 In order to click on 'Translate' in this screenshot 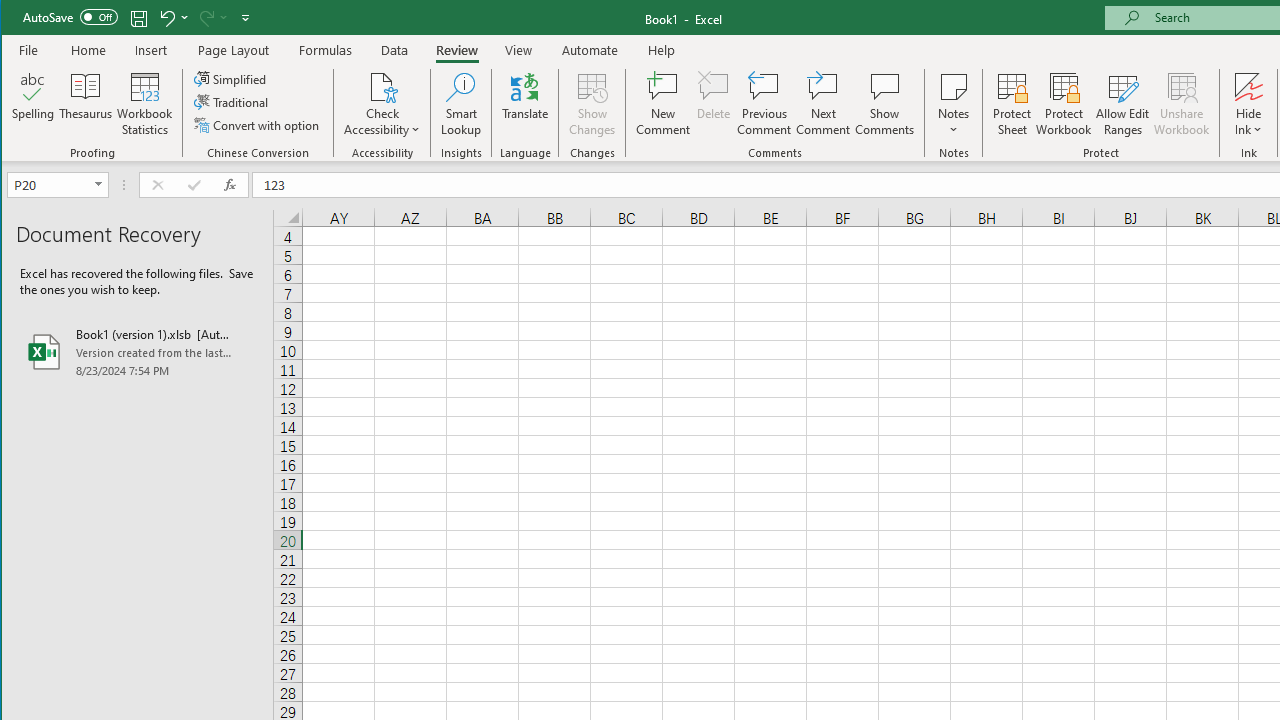, I will do `click(525, 104)`.